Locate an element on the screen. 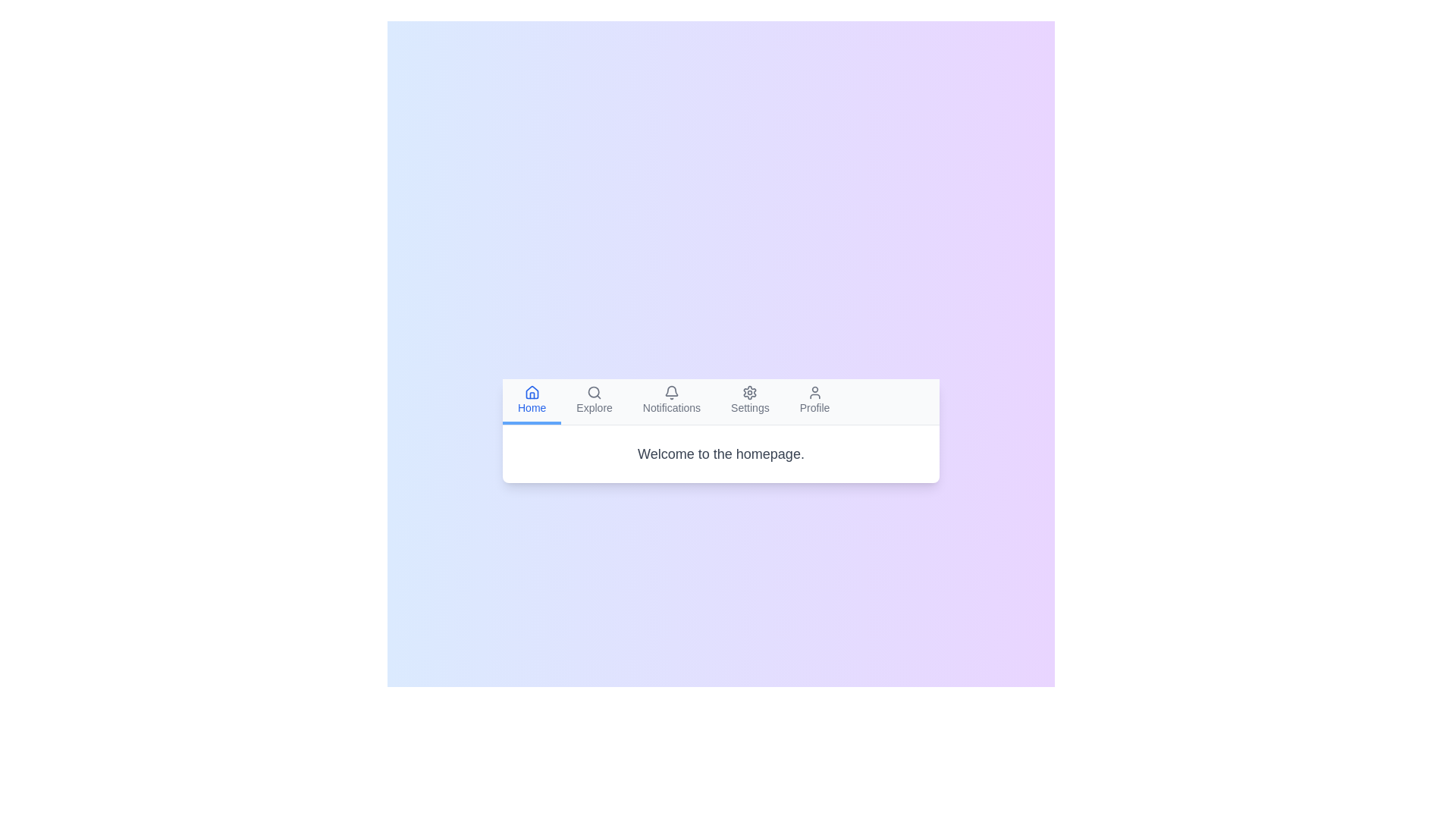 Image resolution: width=1456 pixels, height=819 pixels. the tab labeled Profile to select it is located at coordinates (814, 400).